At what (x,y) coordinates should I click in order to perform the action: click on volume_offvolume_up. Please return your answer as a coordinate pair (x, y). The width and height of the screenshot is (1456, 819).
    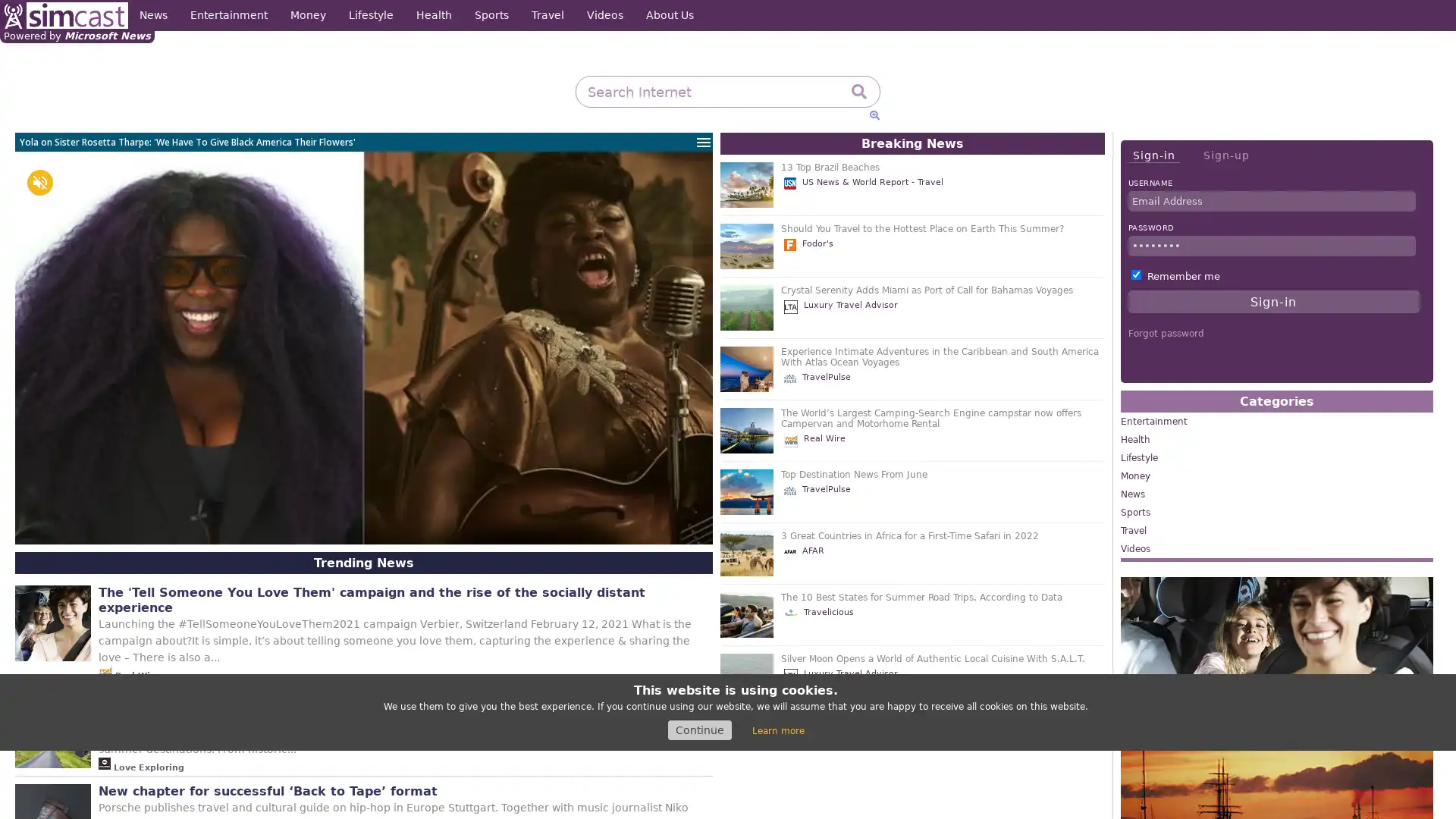
    Looking at the image, I should click on (39, 181).